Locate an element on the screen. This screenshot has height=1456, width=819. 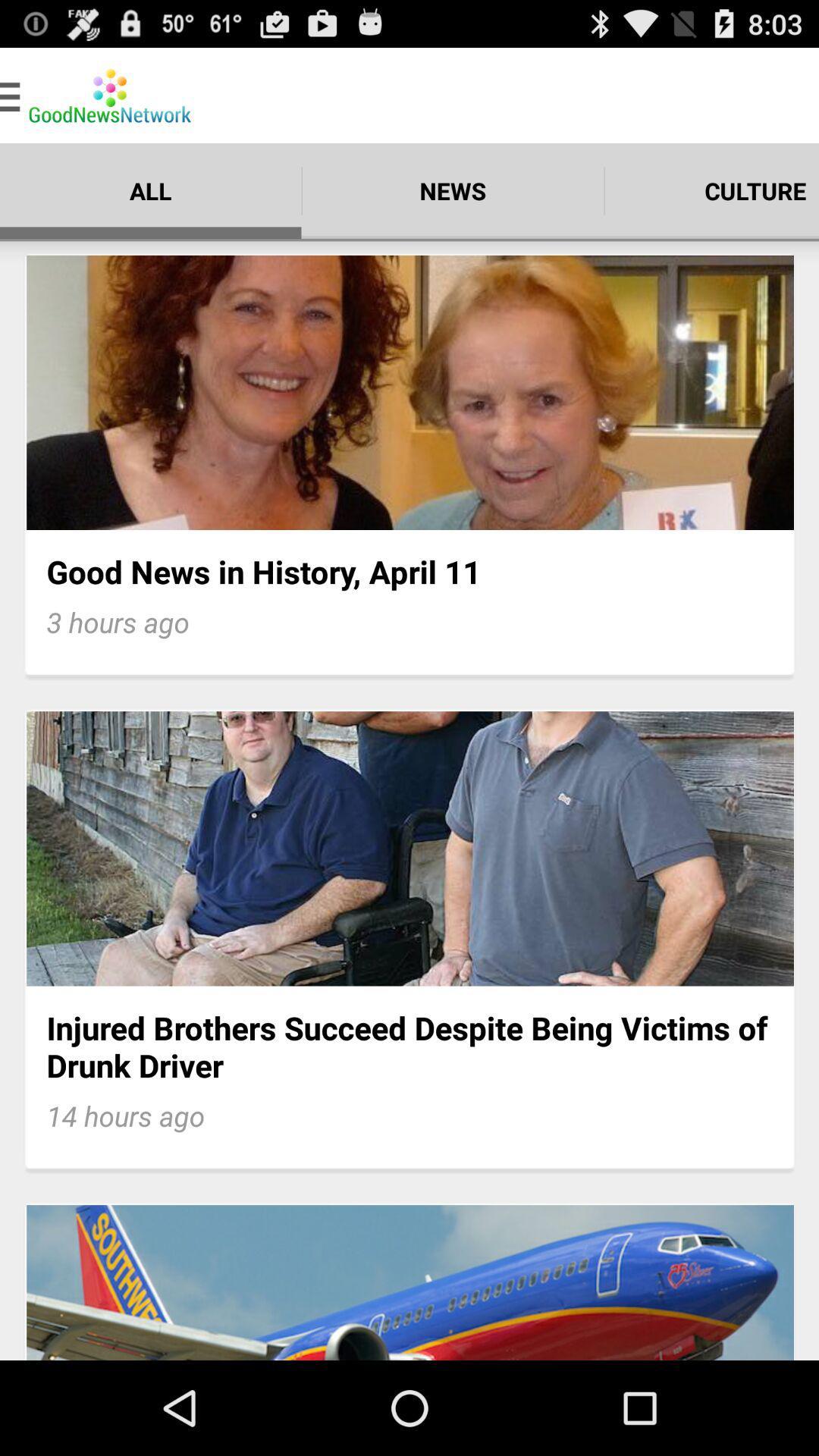
the image which is above good news in history april 11 is located at coordinates (409, 393).